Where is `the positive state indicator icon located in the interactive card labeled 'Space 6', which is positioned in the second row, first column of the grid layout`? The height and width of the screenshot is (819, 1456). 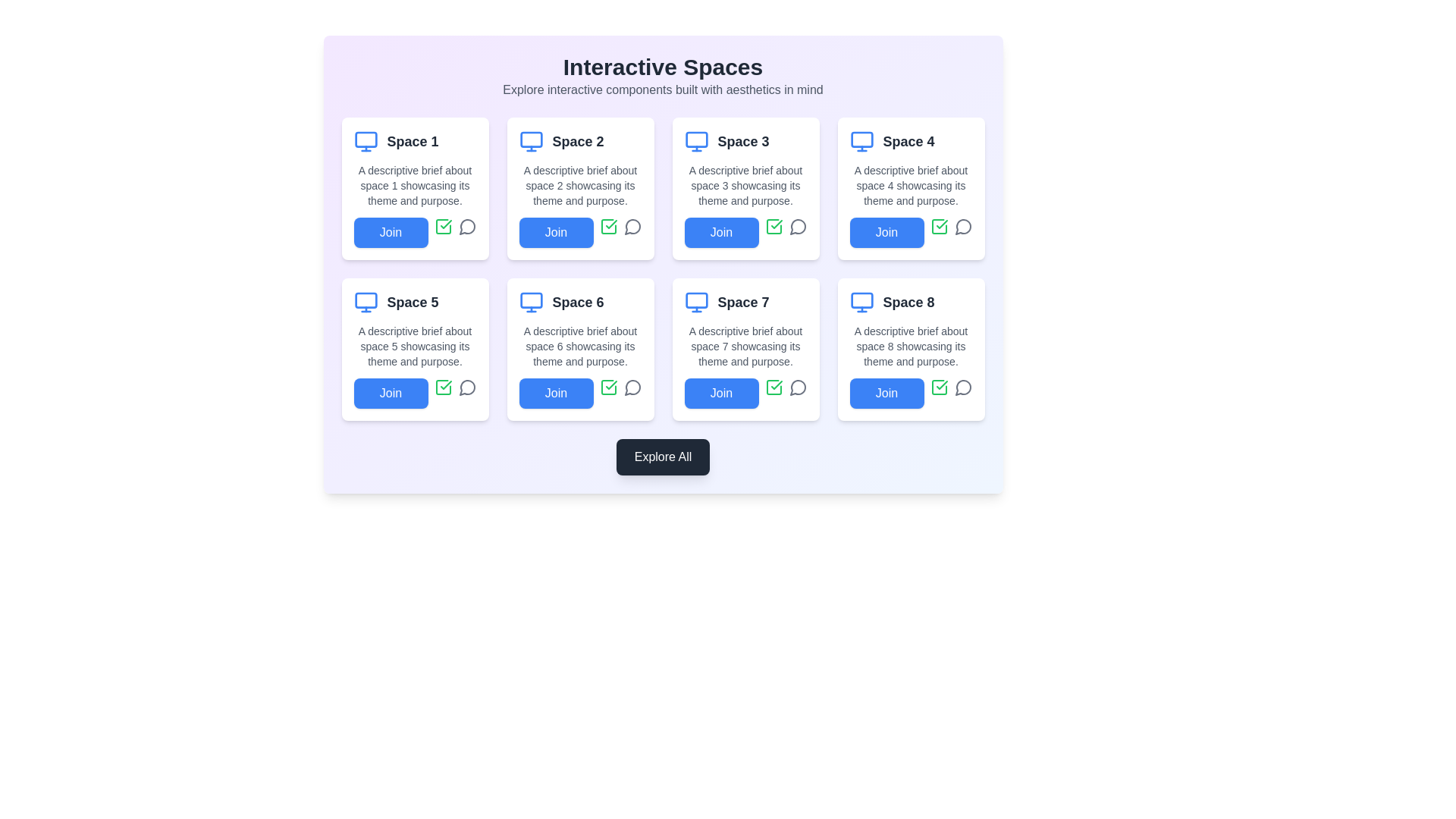 the positive state indicator icon located in the interactive card labeled 'Space 6', which is positioned in the second row, first column of the grid layout is located at coordinates (445, 384).